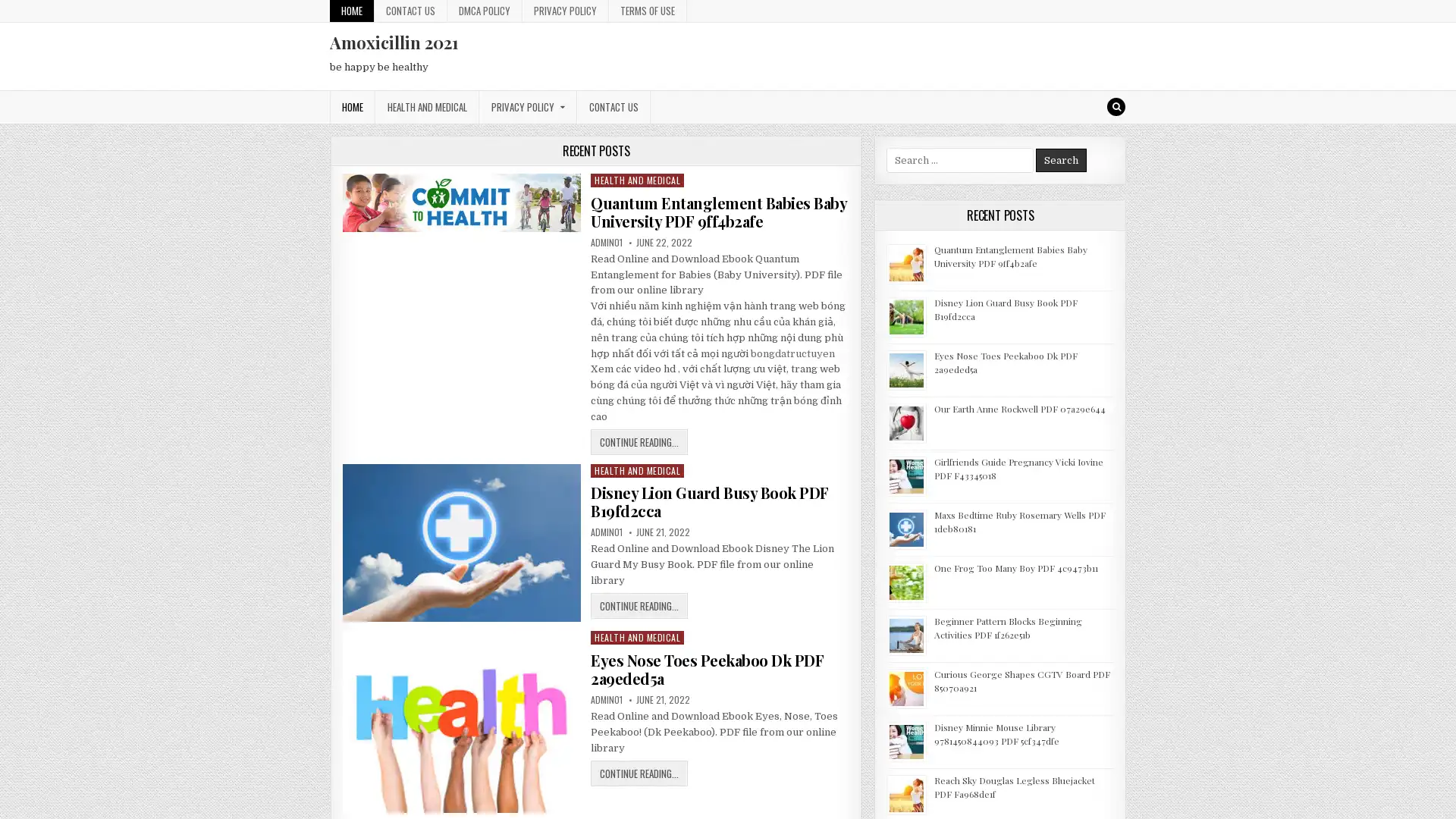 Image resolution: width=1456 pixels, height=819 pixels. What do you see at coordinates (1060, 160) in the screenshot?
I see `Search` at bounding box center [1060, 160].